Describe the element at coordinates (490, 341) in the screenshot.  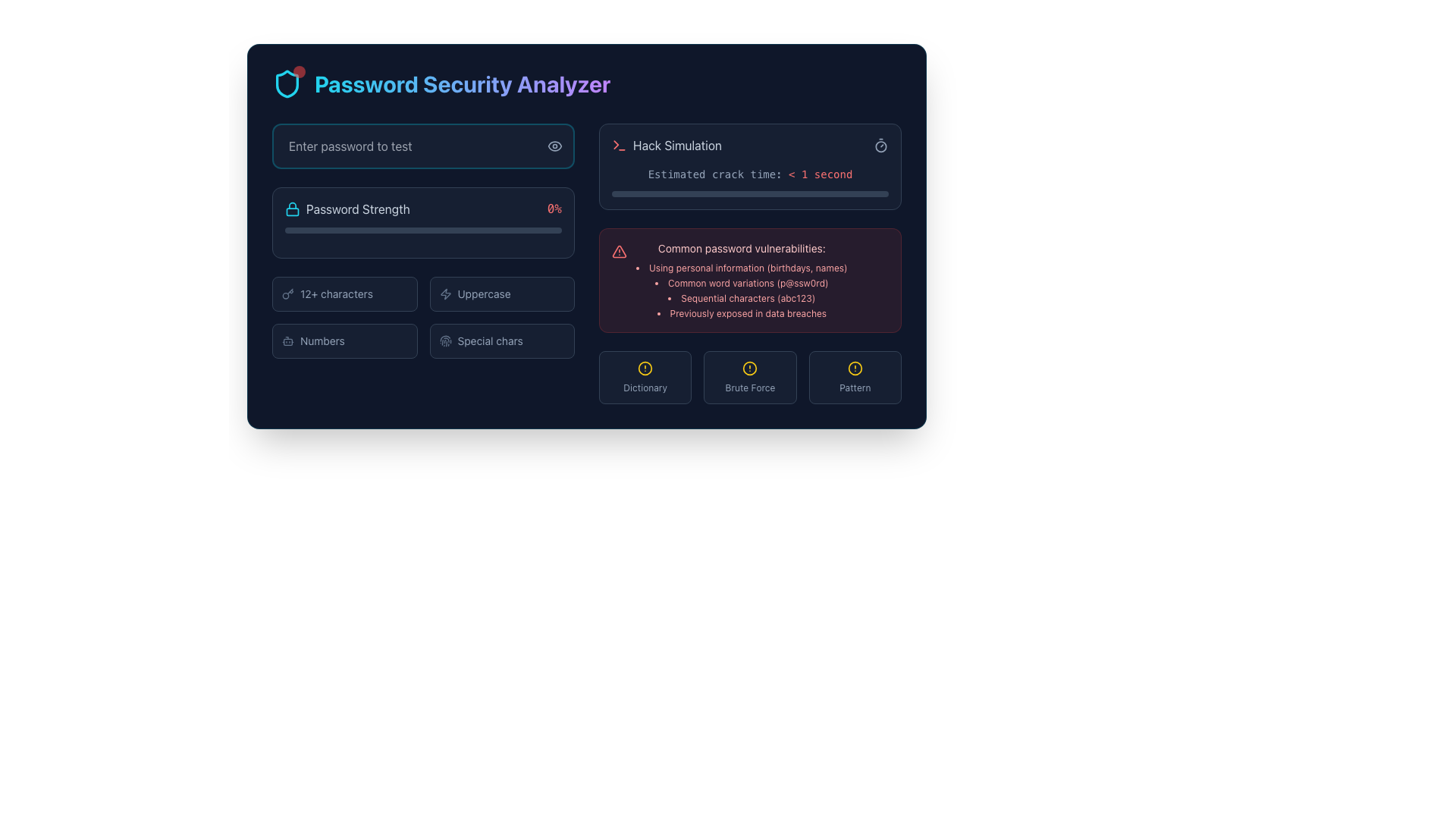
I see `the 'Special chars' text label, which indicates a password requirement criterion, located in the fourth position from the left in the feature options row` at that location.